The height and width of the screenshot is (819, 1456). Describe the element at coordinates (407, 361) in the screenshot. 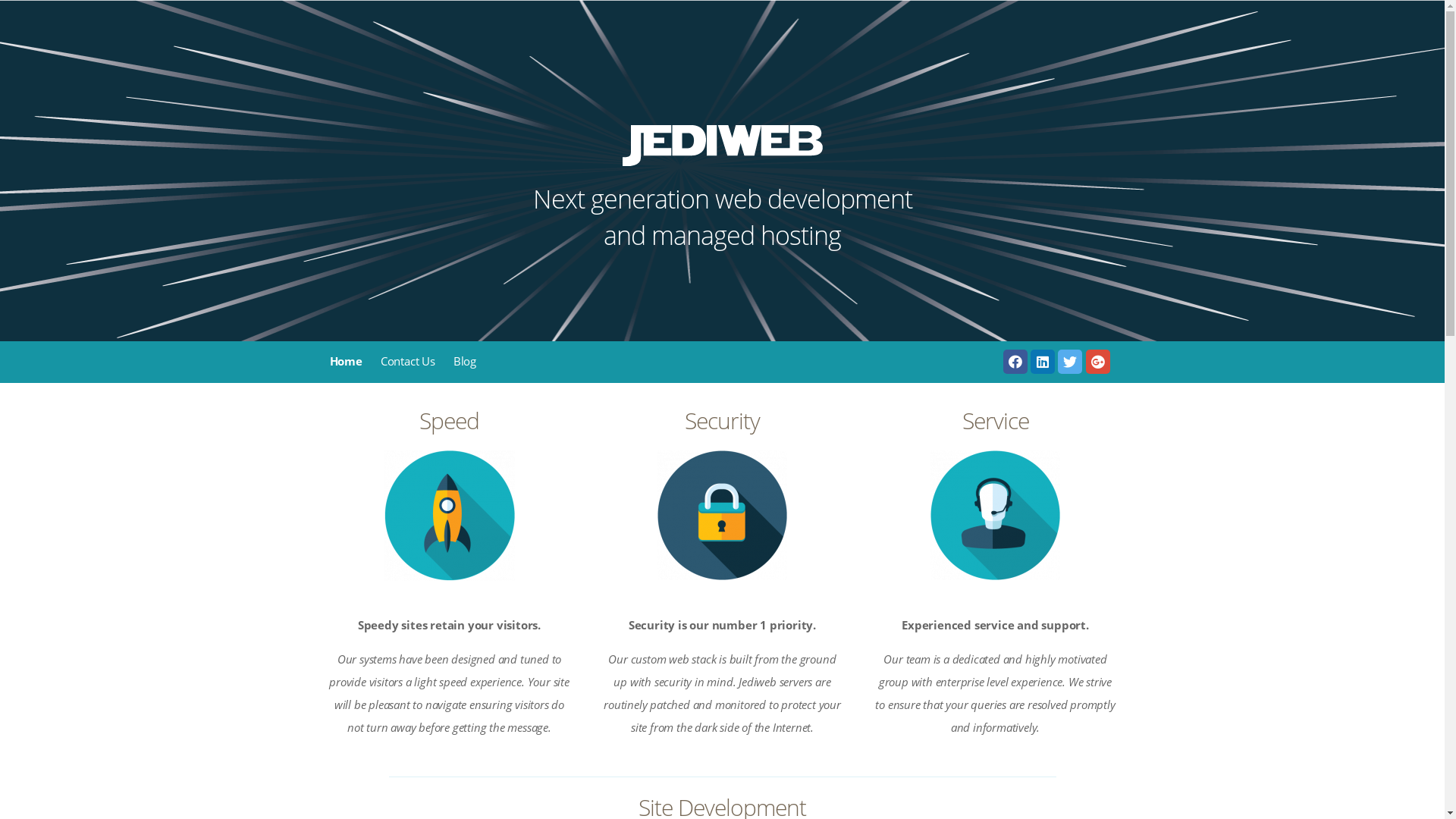

I see `'Contact Us'` at that location.